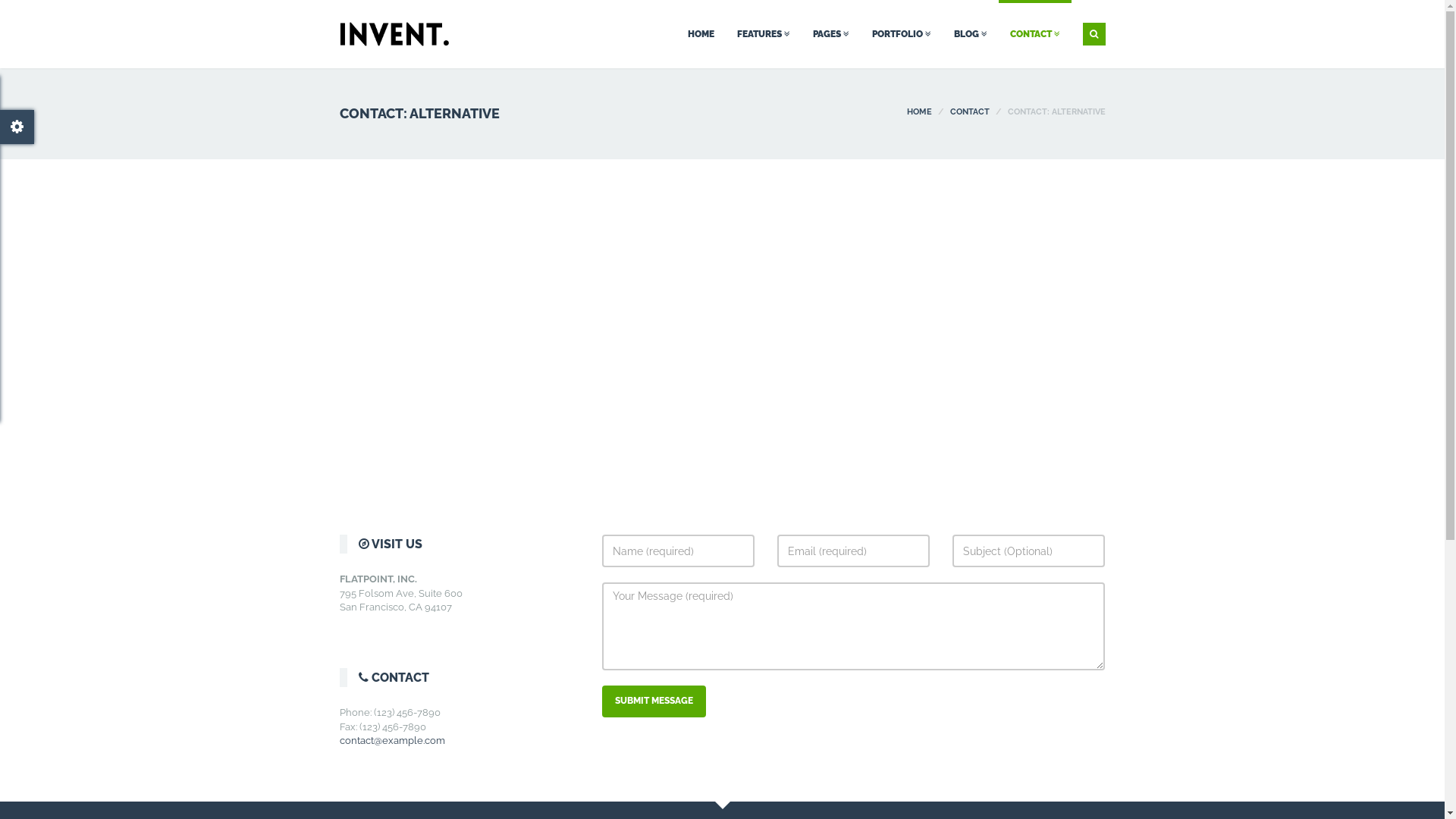 Image resolution: width=1456 pixels, height=819 pixels. Describe the element at coordinates (654, 701) in the screenshot. I see `'SUBMIT MESSAGE'` at that location.